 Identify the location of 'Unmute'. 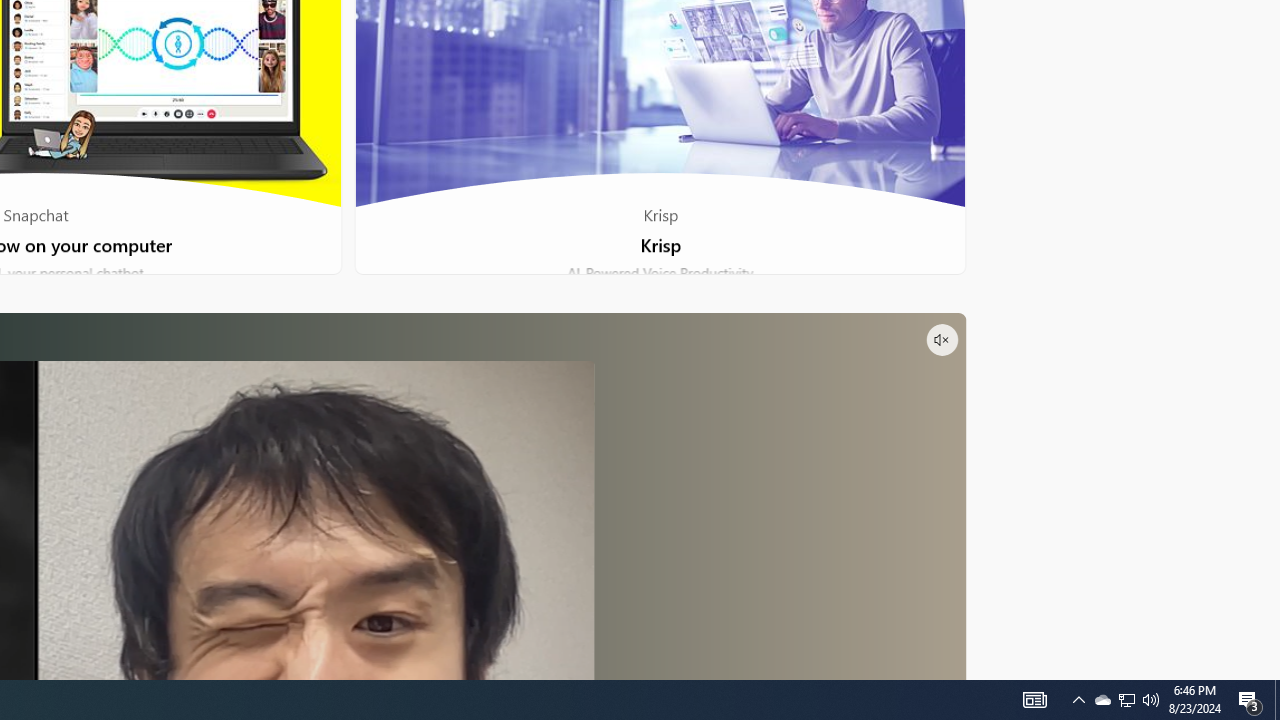
(940, 338).